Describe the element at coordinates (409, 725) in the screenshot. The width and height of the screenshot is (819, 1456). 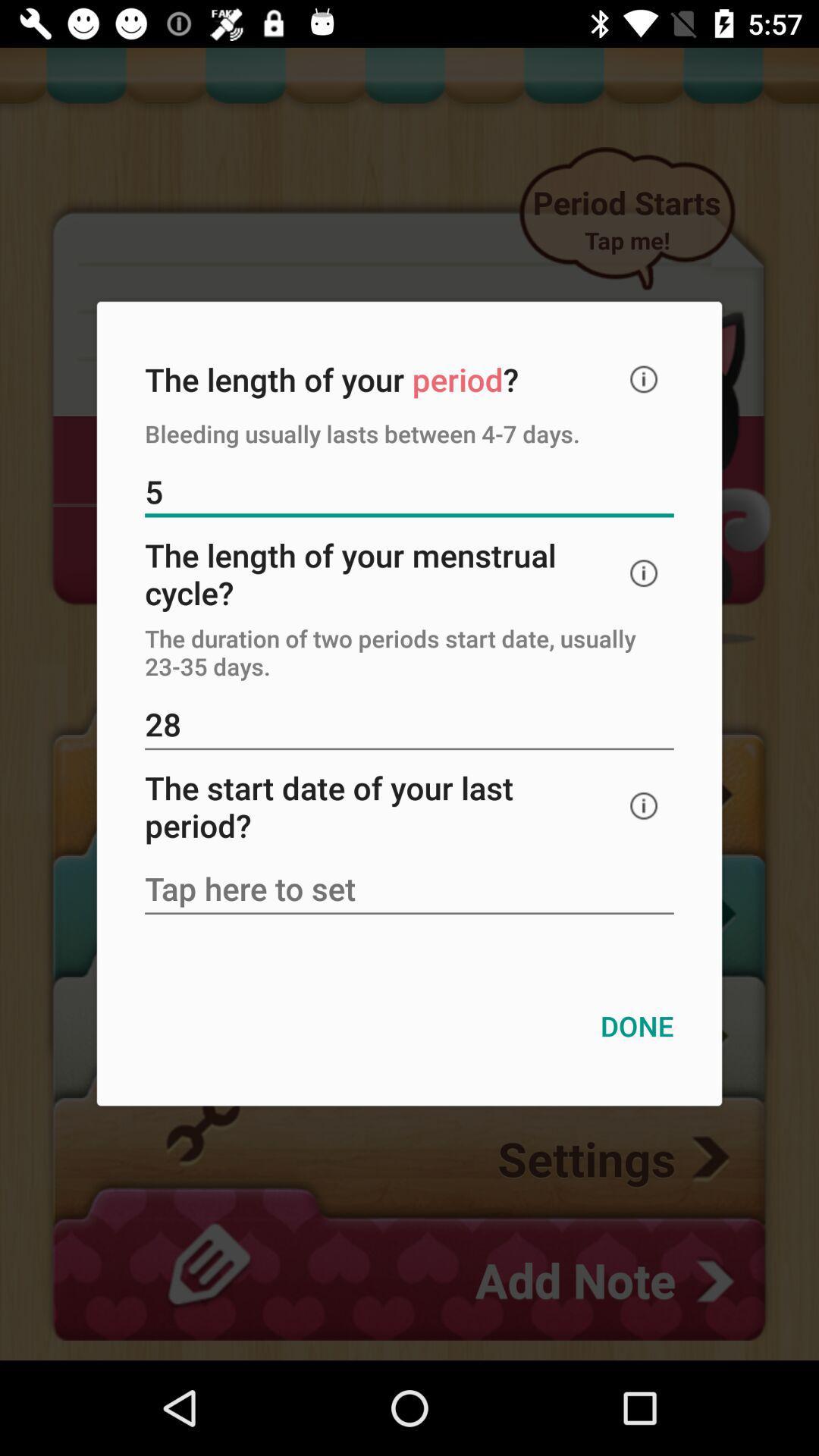
I see `item below the the duration of icon` at that location.